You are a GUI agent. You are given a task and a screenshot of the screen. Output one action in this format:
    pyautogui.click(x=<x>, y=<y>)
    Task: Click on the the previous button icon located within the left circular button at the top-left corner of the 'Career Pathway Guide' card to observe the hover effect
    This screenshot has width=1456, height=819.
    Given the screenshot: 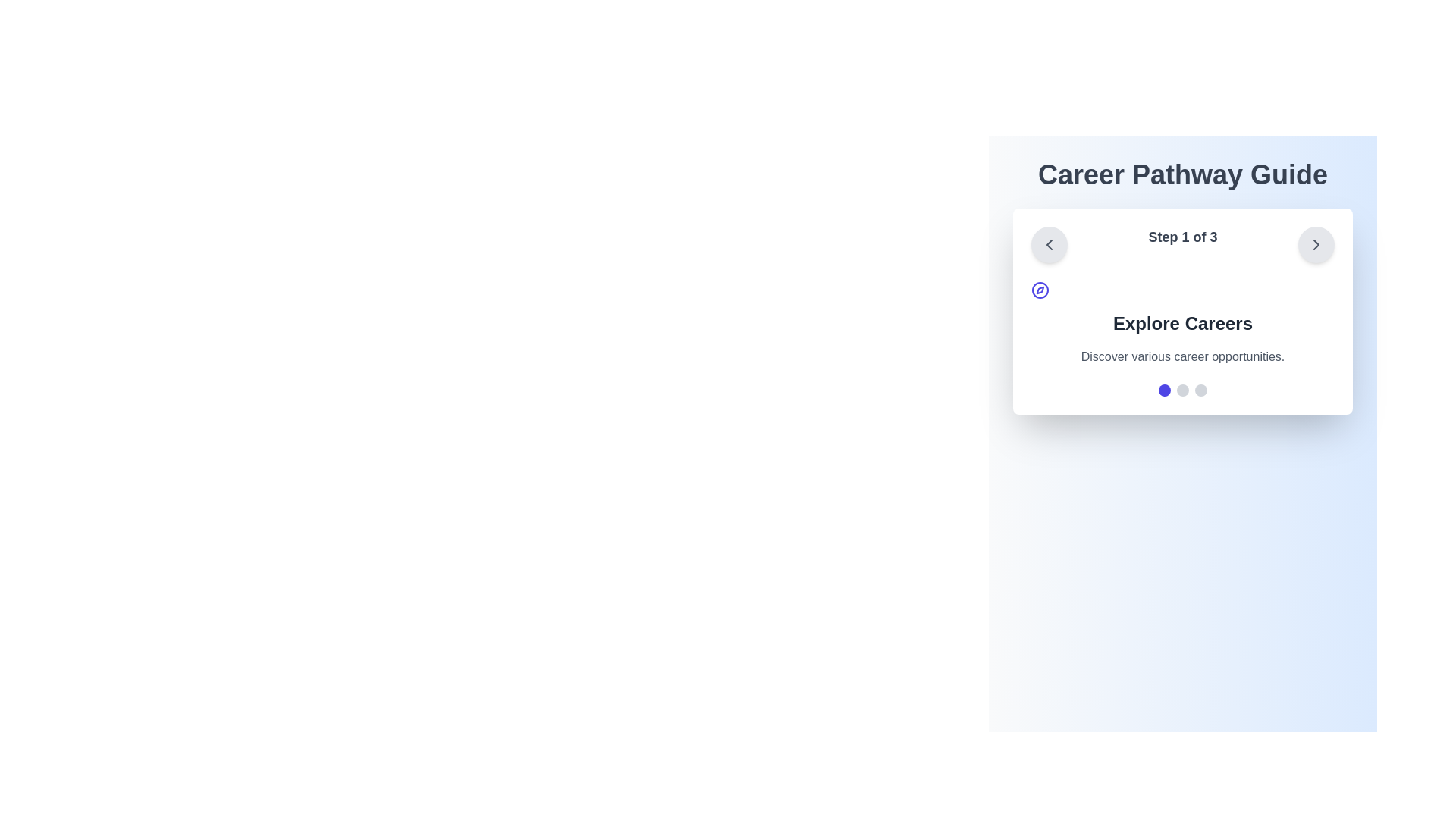 What is the action you would take?
    pyautogui.click(x=1048, y=244)
    